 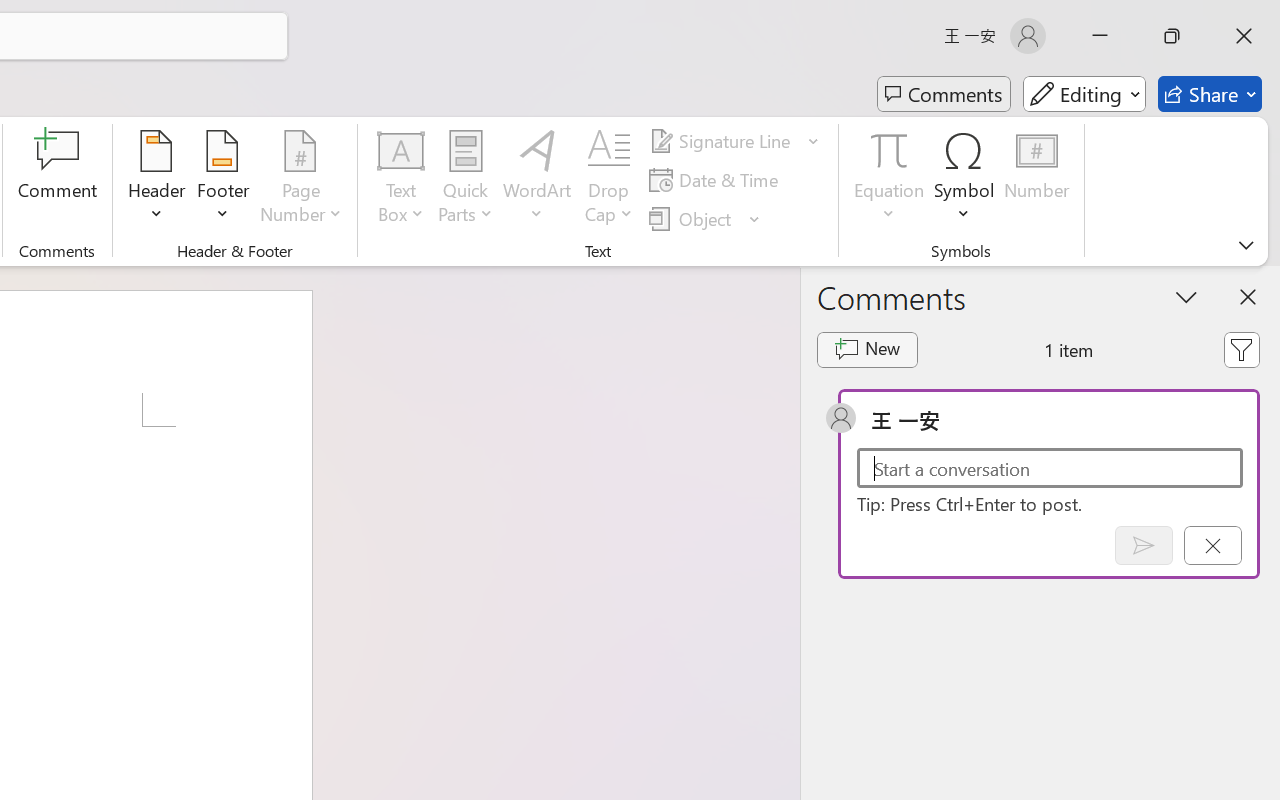 What do you see at coordinates (58, 179) in the screenshot?
I see `'Comment'` at bounding box center [58, 179].